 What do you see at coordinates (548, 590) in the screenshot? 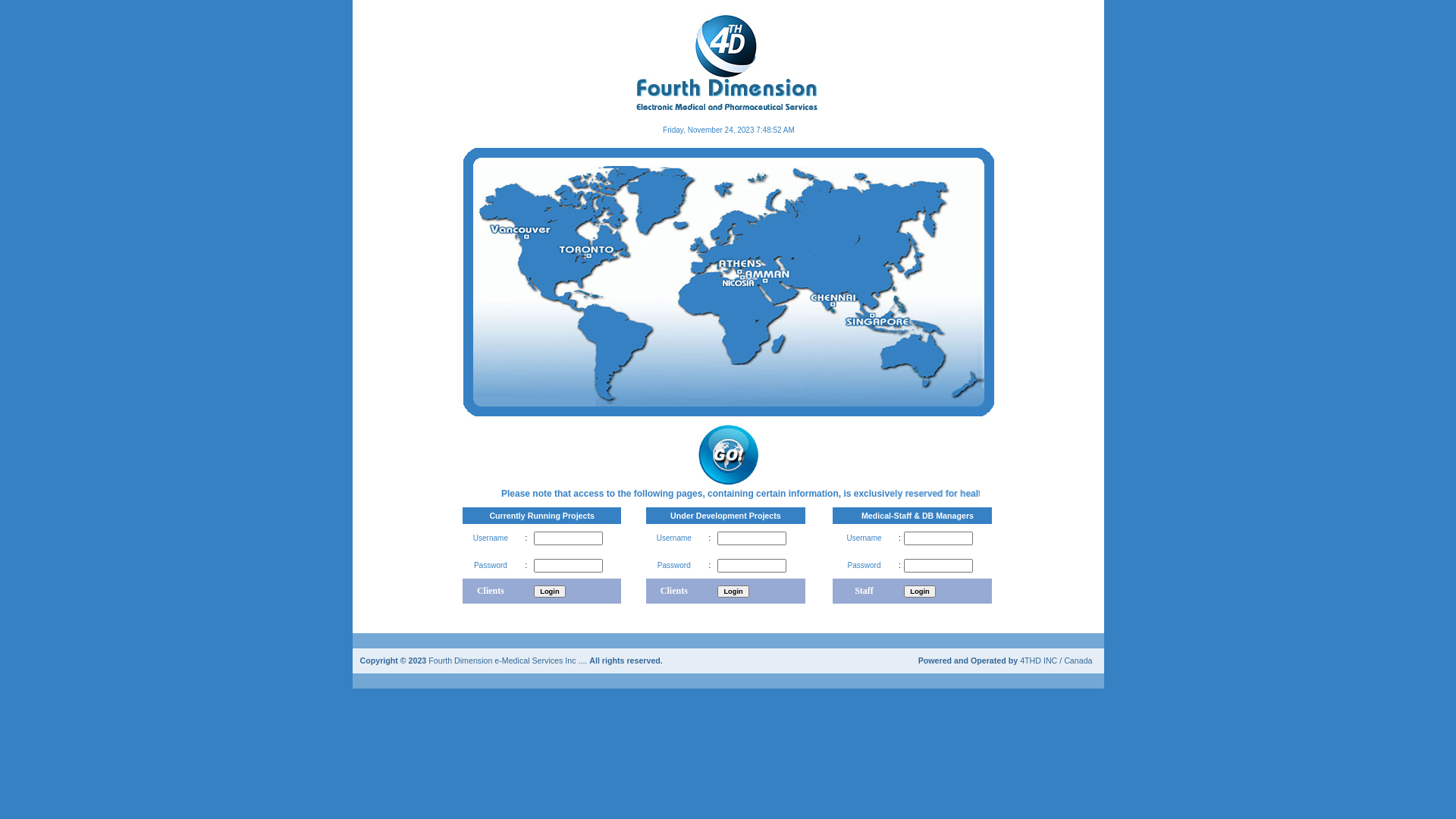
I see `'Login'` at bounding box center [548, 590].